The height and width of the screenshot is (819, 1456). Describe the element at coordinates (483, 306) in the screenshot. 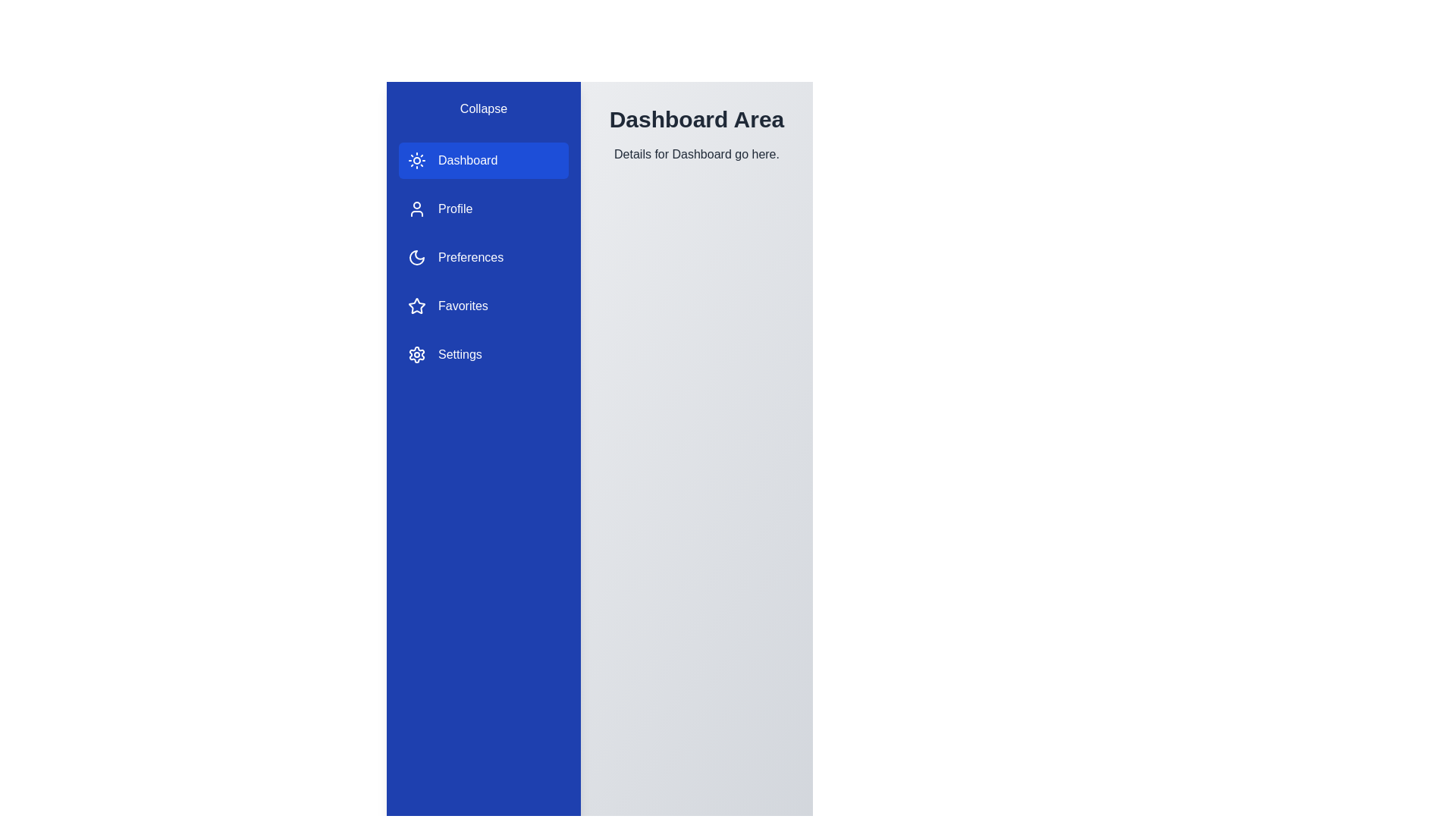

I see `the Favorites section in the sidebar to navigate to it` at that location.